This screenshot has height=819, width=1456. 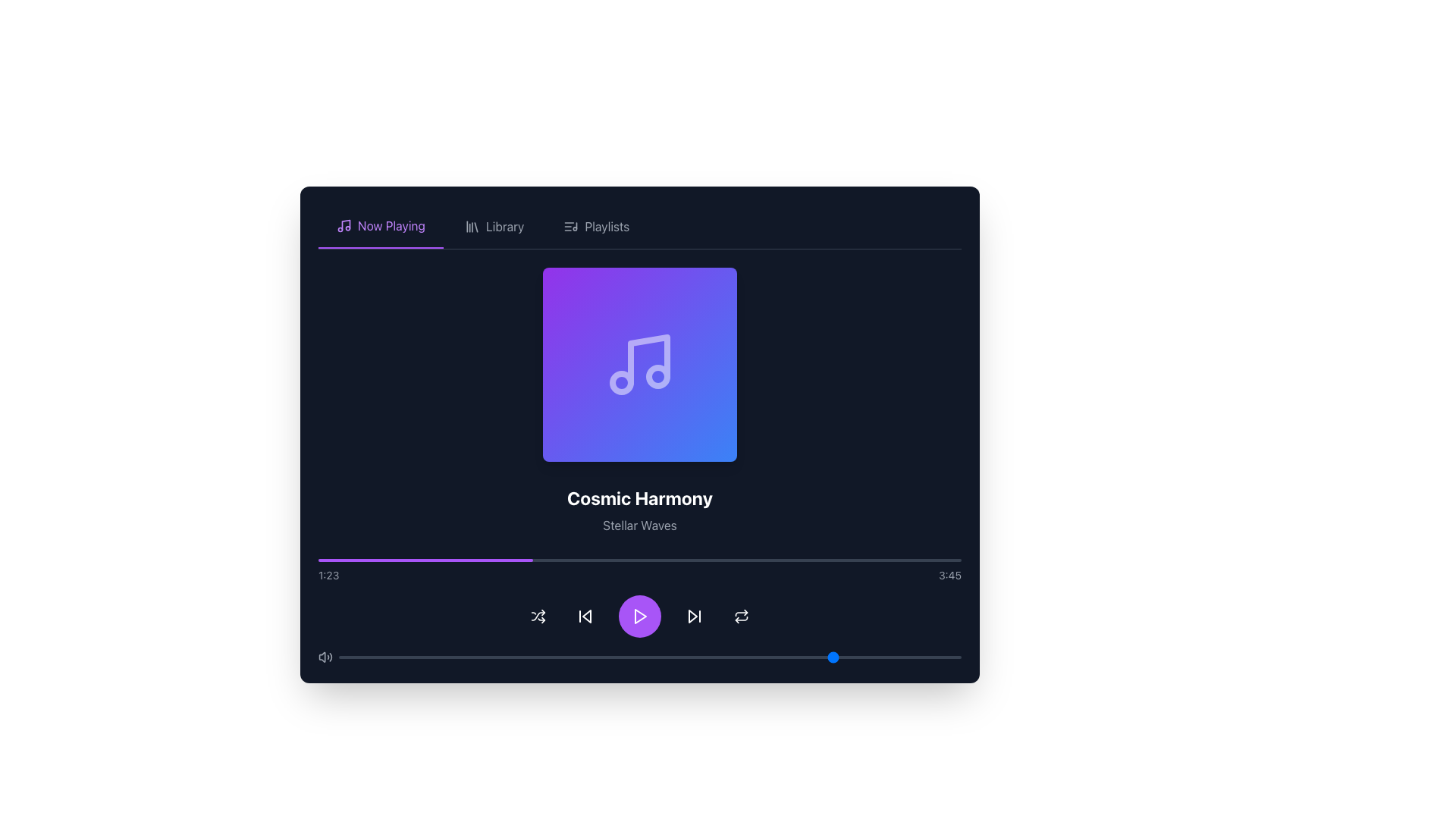 What do you see at coordinates (756, 657) in the screenshot?
I see `the slider` at bounding box center [756, 657].